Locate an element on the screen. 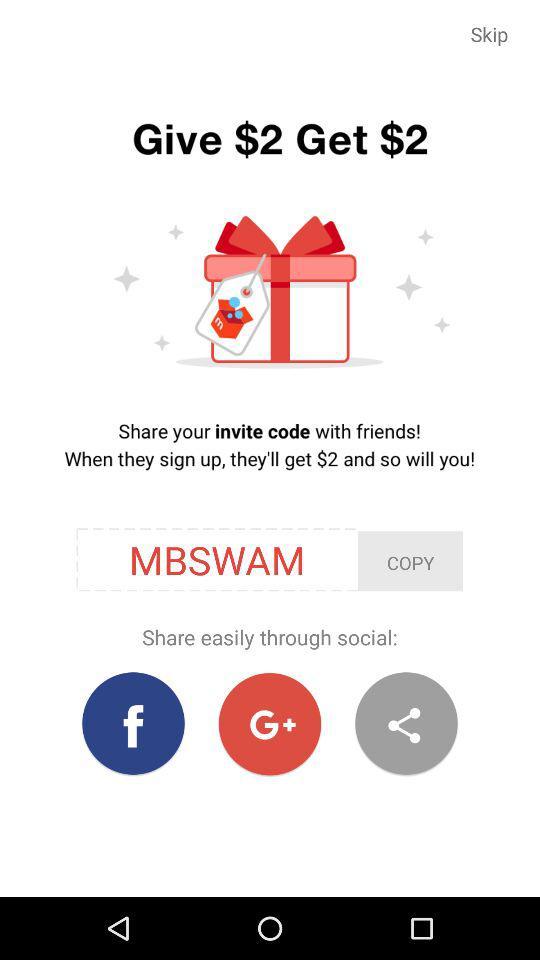 This screenshot has width=540, height=960. the icon at the bottom left corner is located at coordinates (133, 723).